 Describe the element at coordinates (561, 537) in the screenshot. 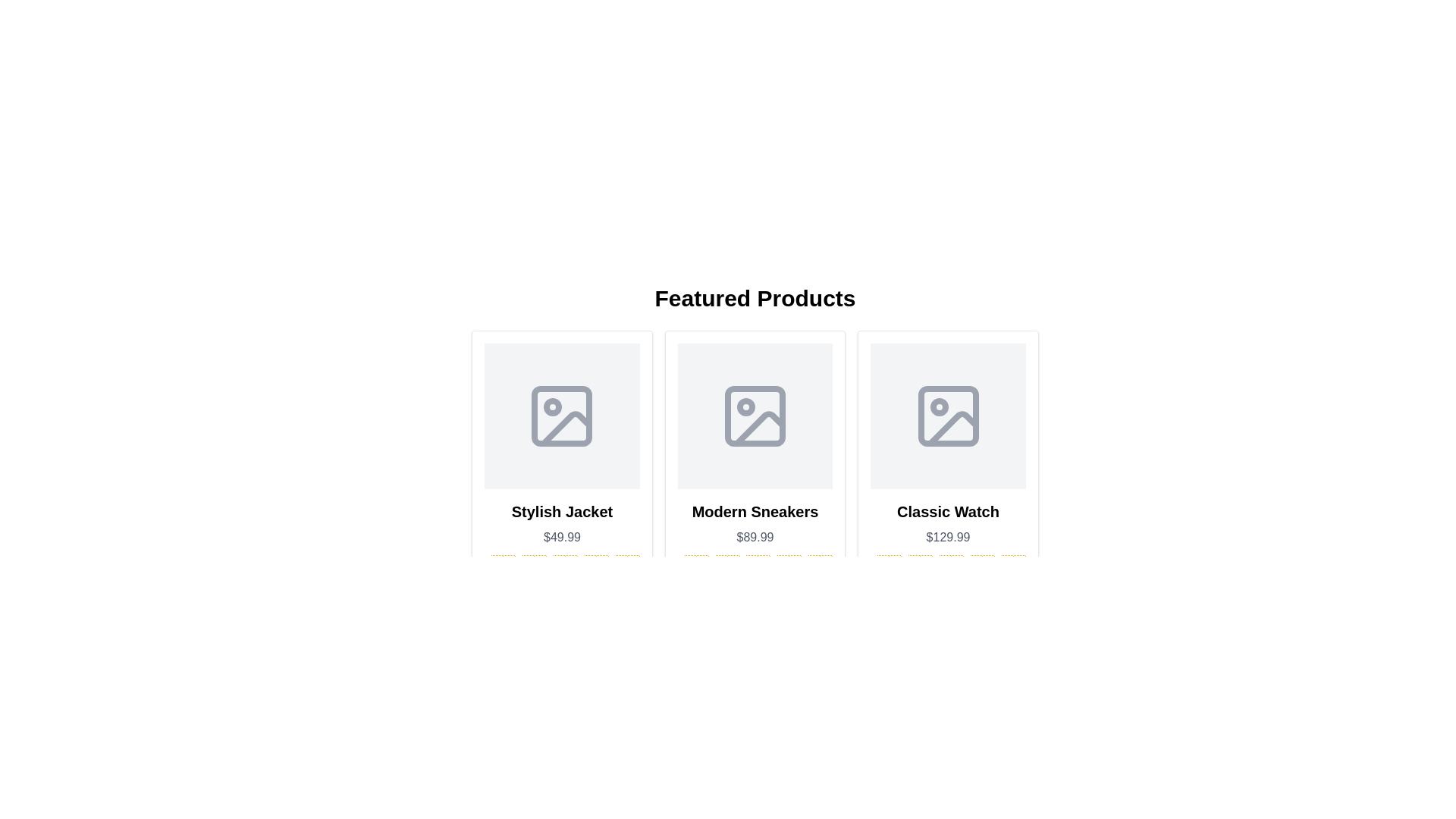

I see `the price text element for the 'Stylish Jacket', which is located directly beneath the heading and above the rating stars` at that location.